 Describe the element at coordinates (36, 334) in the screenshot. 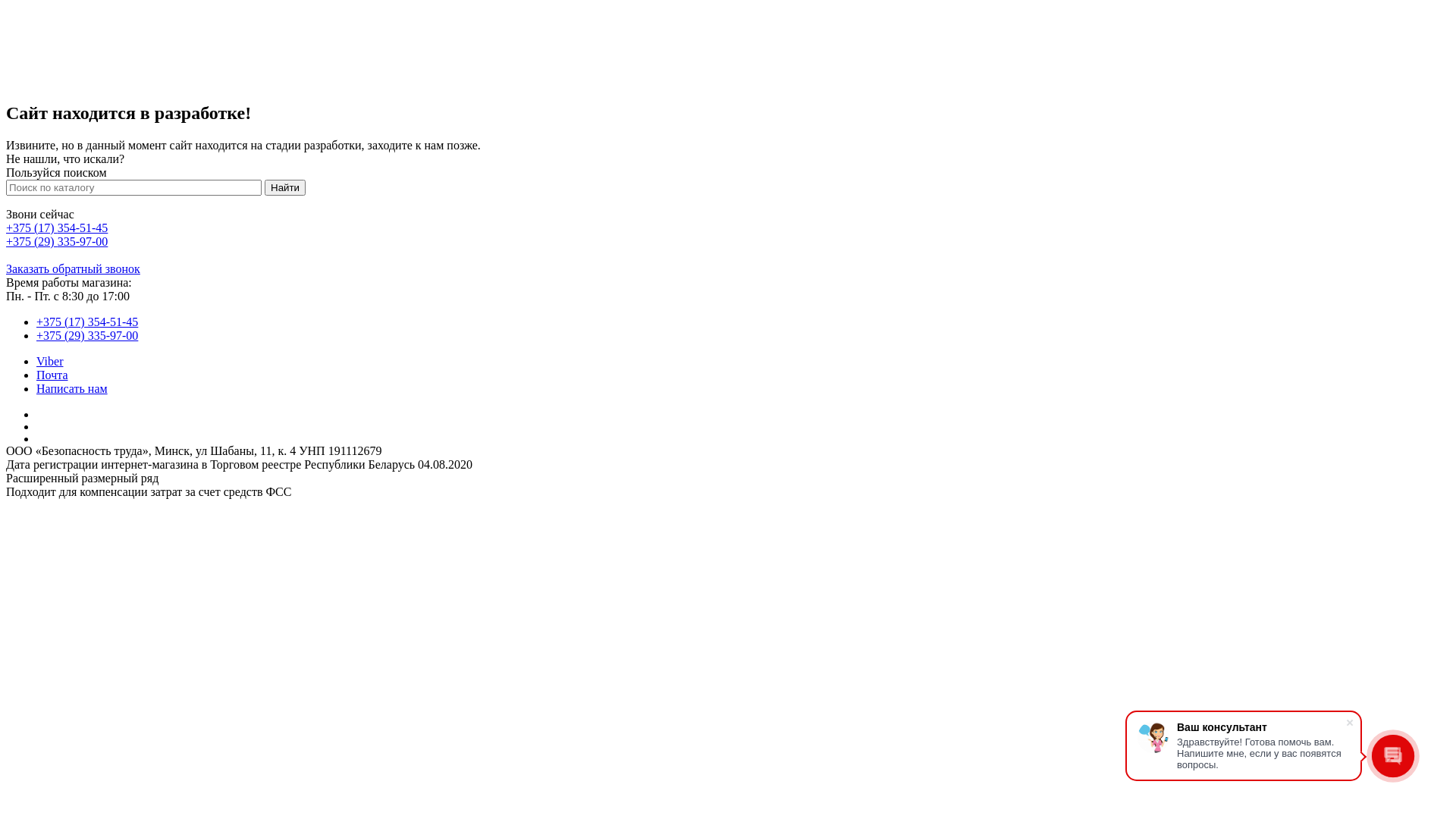

I see `'+375 (29) 335-97-00'` at that location.